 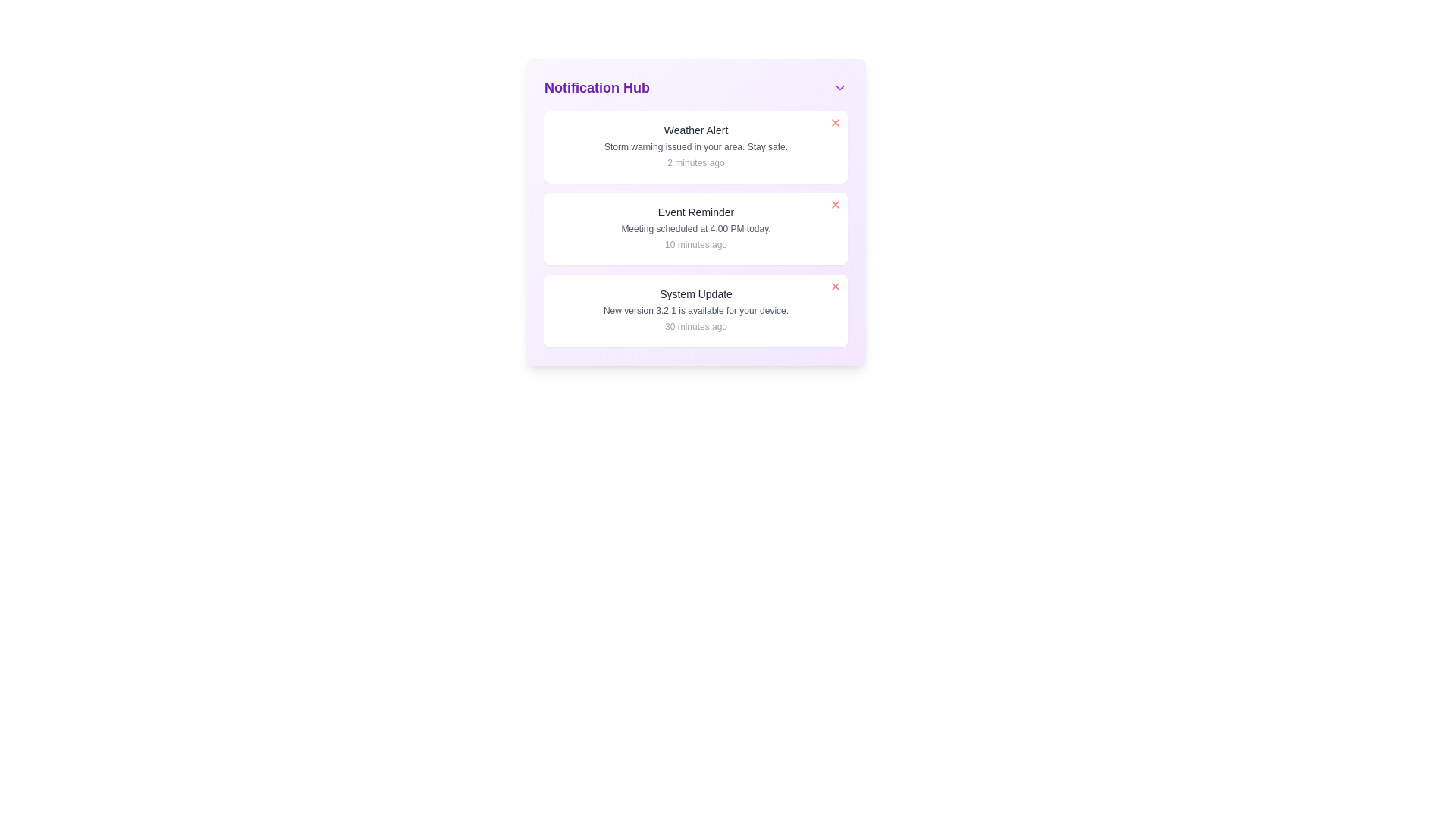 What do you see at coordinates (695, 228) in the screenshot?
I see `notification details from the second notification card, which is positioned centrally in the mid-section below the 'Weather Alert' card and above the 'System Update' card` at bounding box center [695, 228].